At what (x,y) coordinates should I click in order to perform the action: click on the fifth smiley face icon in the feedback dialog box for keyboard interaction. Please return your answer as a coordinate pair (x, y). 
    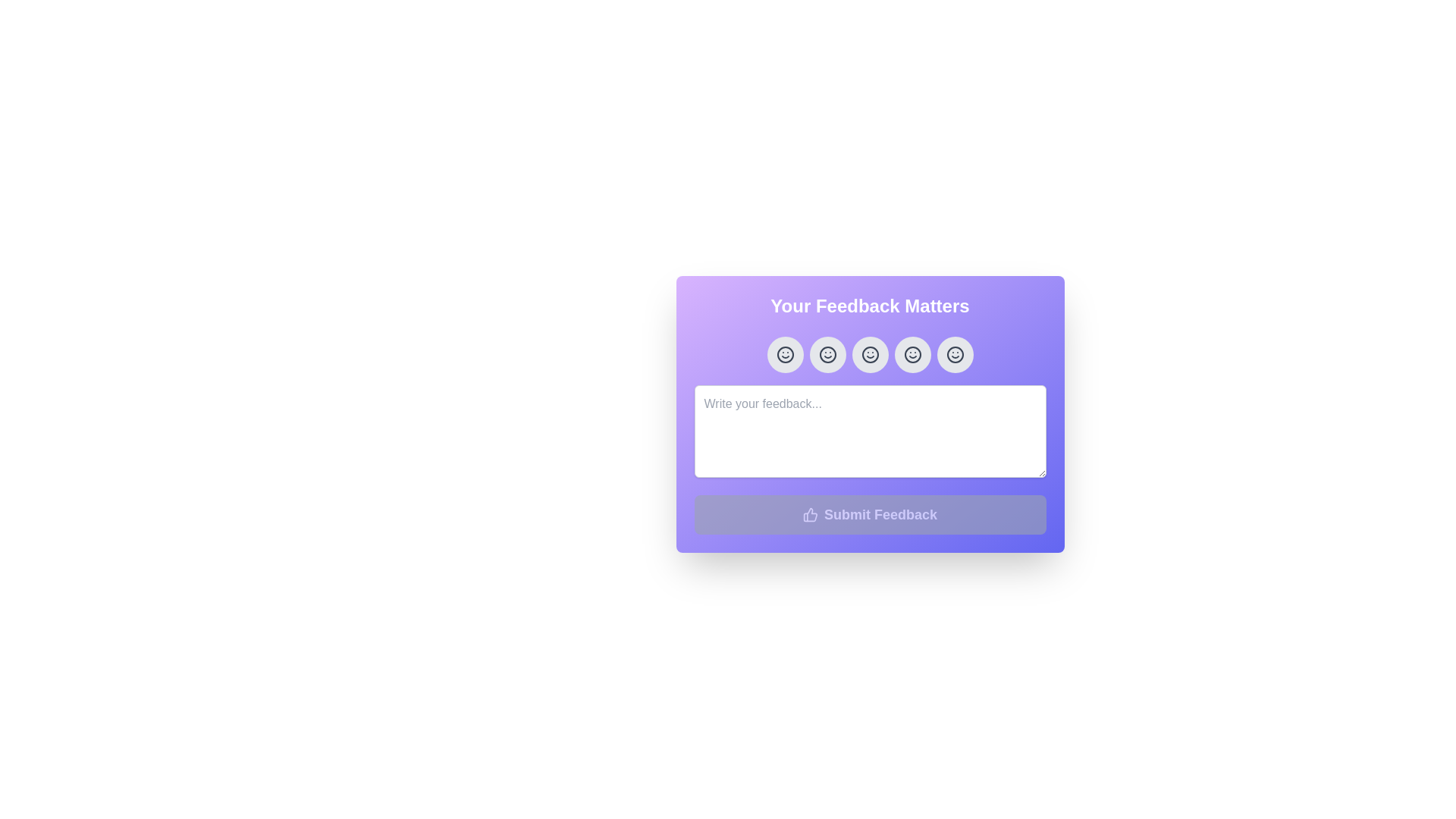
    Looking at the image, I should click on (954, 354).